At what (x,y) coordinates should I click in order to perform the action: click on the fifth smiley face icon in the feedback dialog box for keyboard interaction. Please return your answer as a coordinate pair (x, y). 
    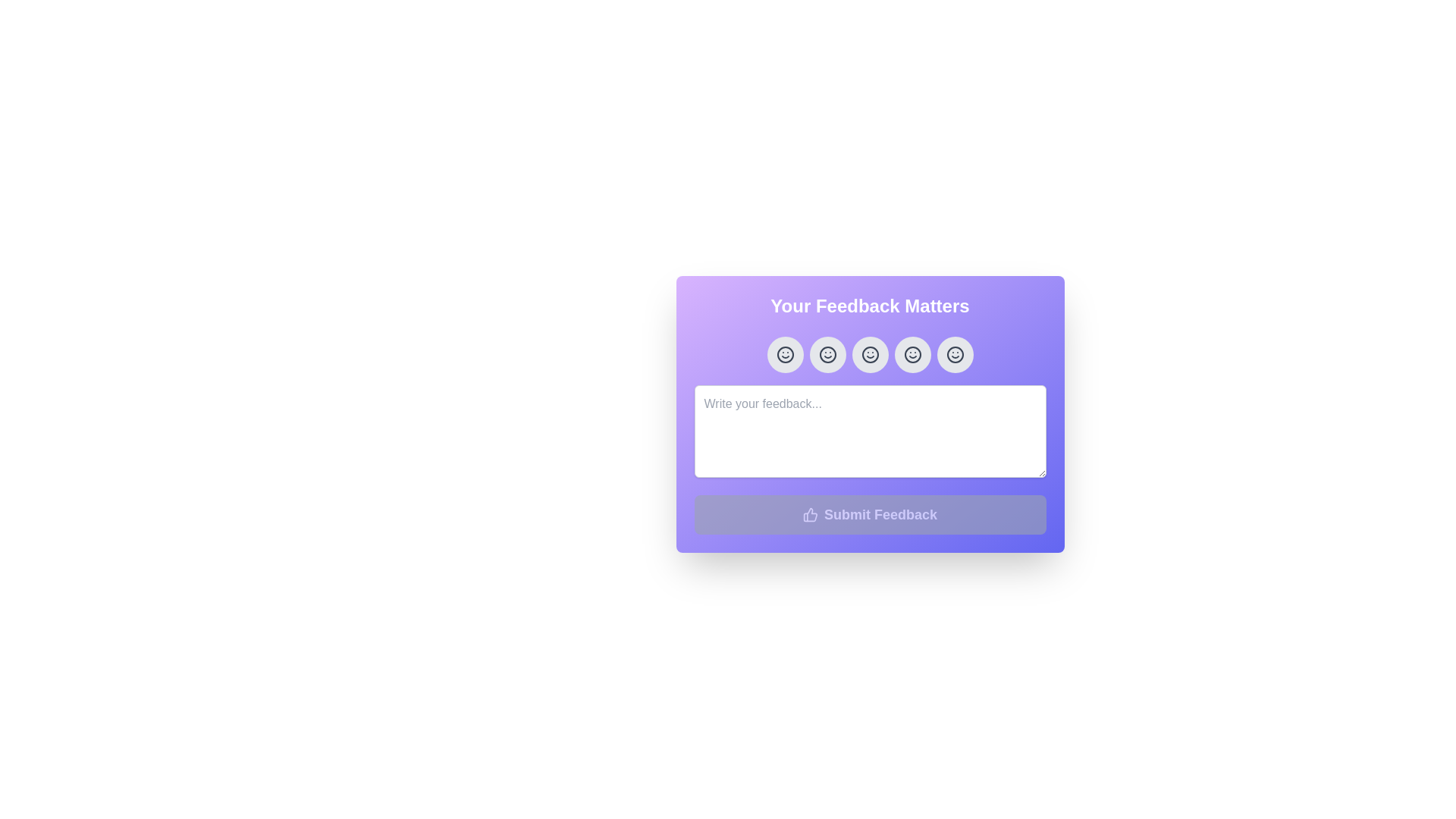
    Looking at the image, I should click on (954, 354).